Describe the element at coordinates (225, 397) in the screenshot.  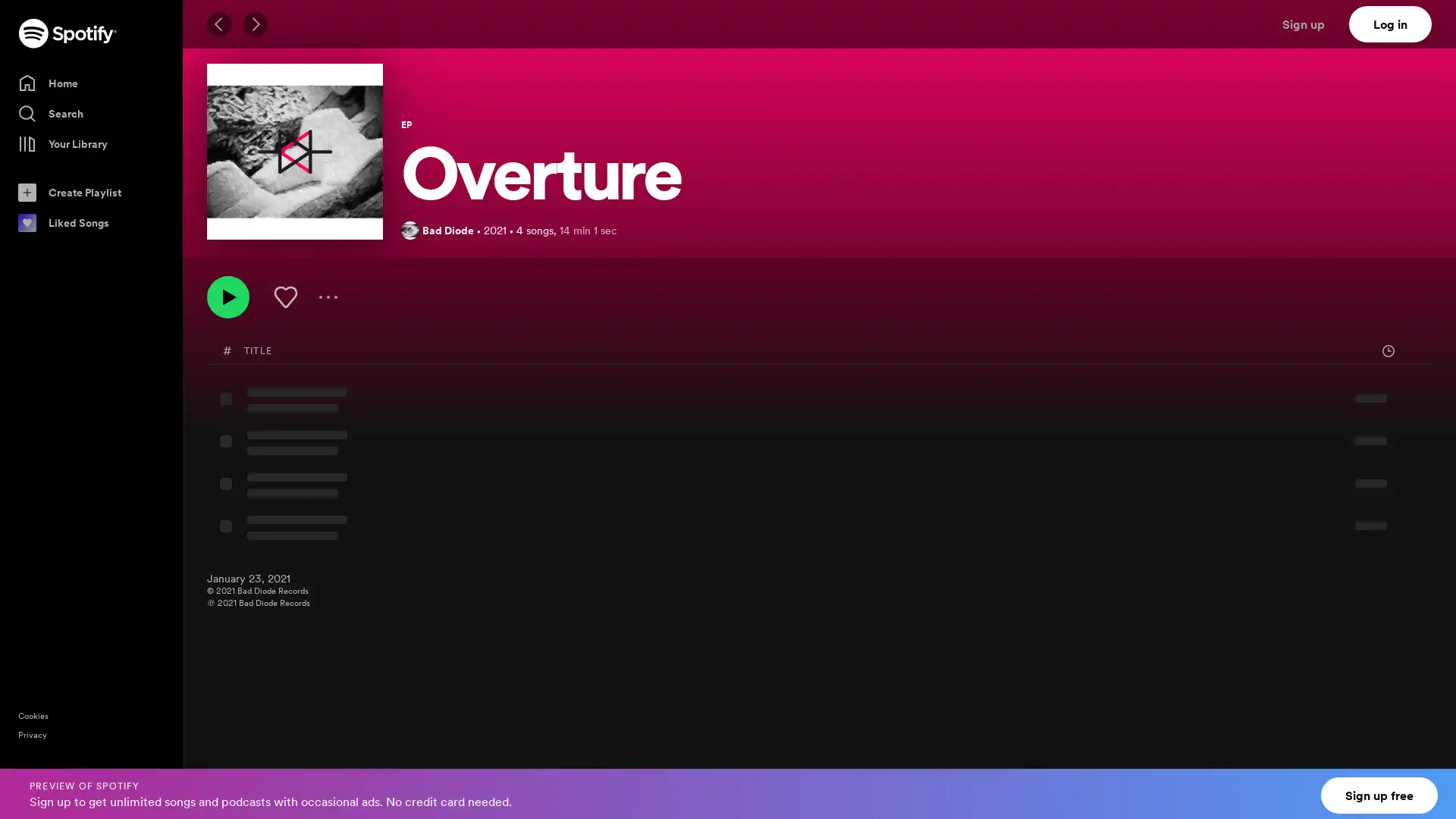
I see `Play A Night With the Wolves by Bad Diode` at that location.